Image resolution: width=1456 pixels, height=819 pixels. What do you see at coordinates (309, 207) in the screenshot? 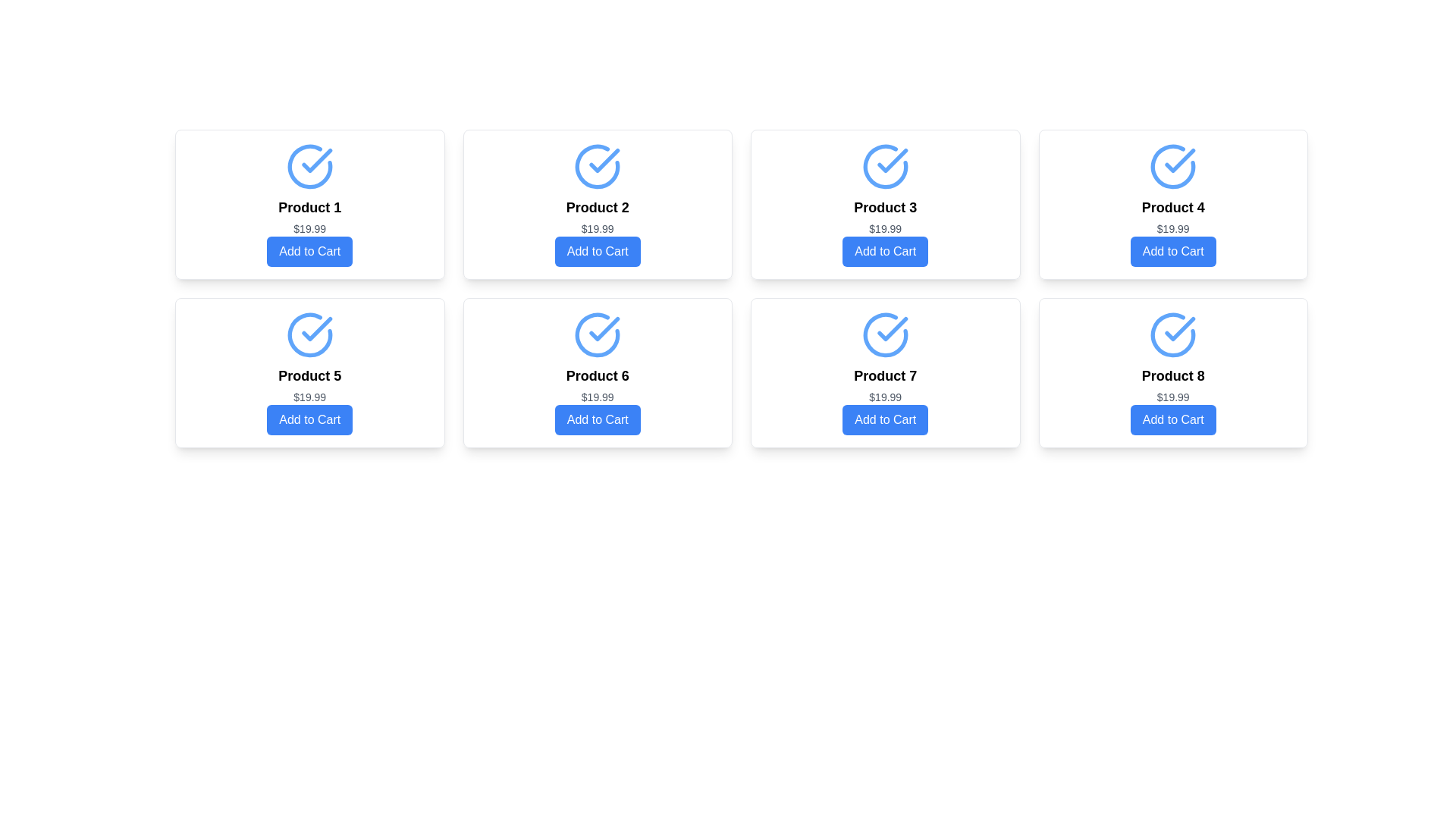
I see `text from the product title label located in the top-left corner of the product card, positioned between the product icon above and the price below` at bounding box center [309, 207].